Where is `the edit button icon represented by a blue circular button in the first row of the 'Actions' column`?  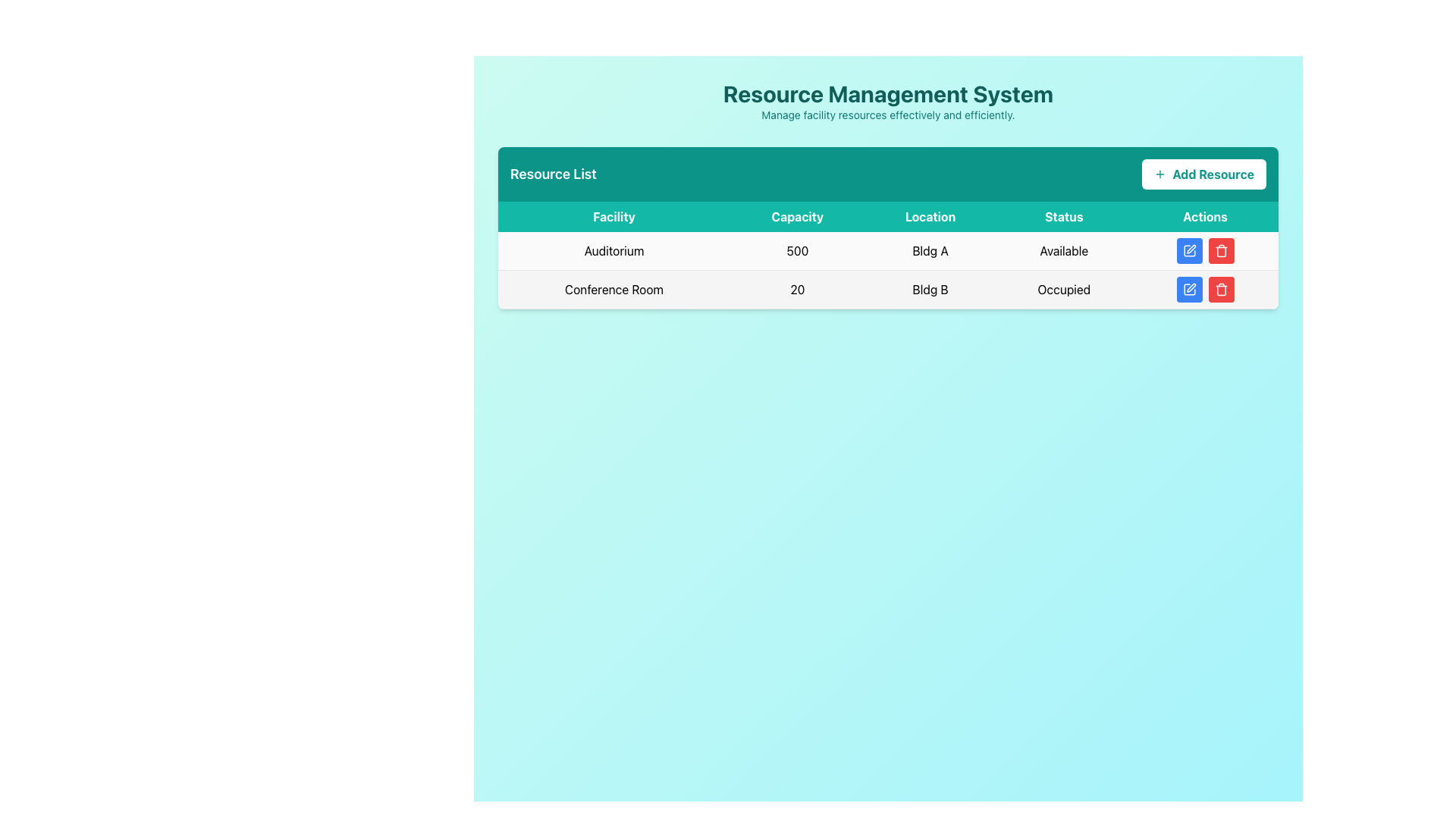
the edit button icon represented by a blue circular button in the first row of the 'Actions' column is located at coordinates (1188, 250).